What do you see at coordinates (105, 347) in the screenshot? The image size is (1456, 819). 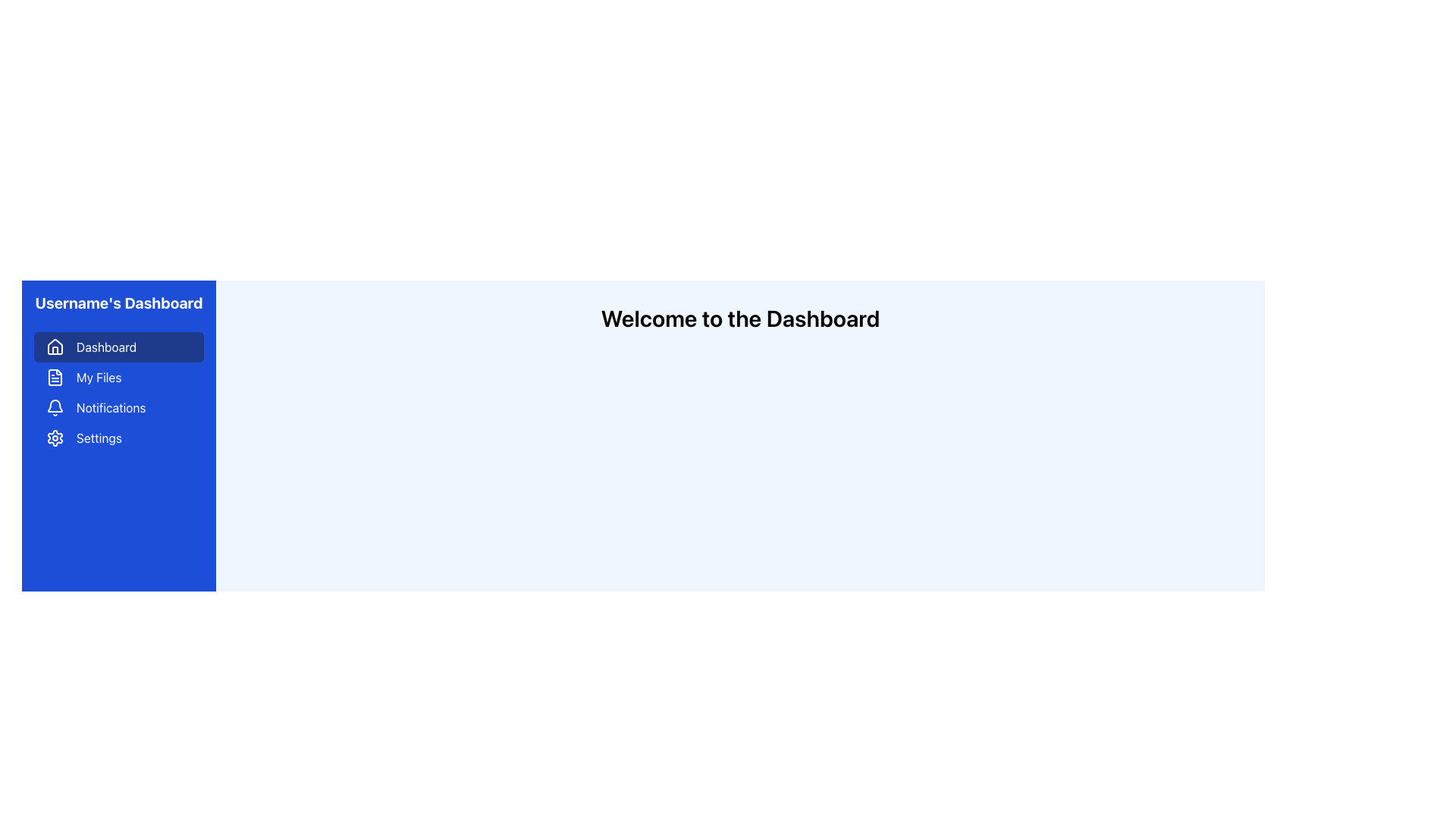 I see `the 'Dashboard' text label located in the left navigation menu, which is styled in a default font and positioned next to a house icon` at bounding box center [105, 347].